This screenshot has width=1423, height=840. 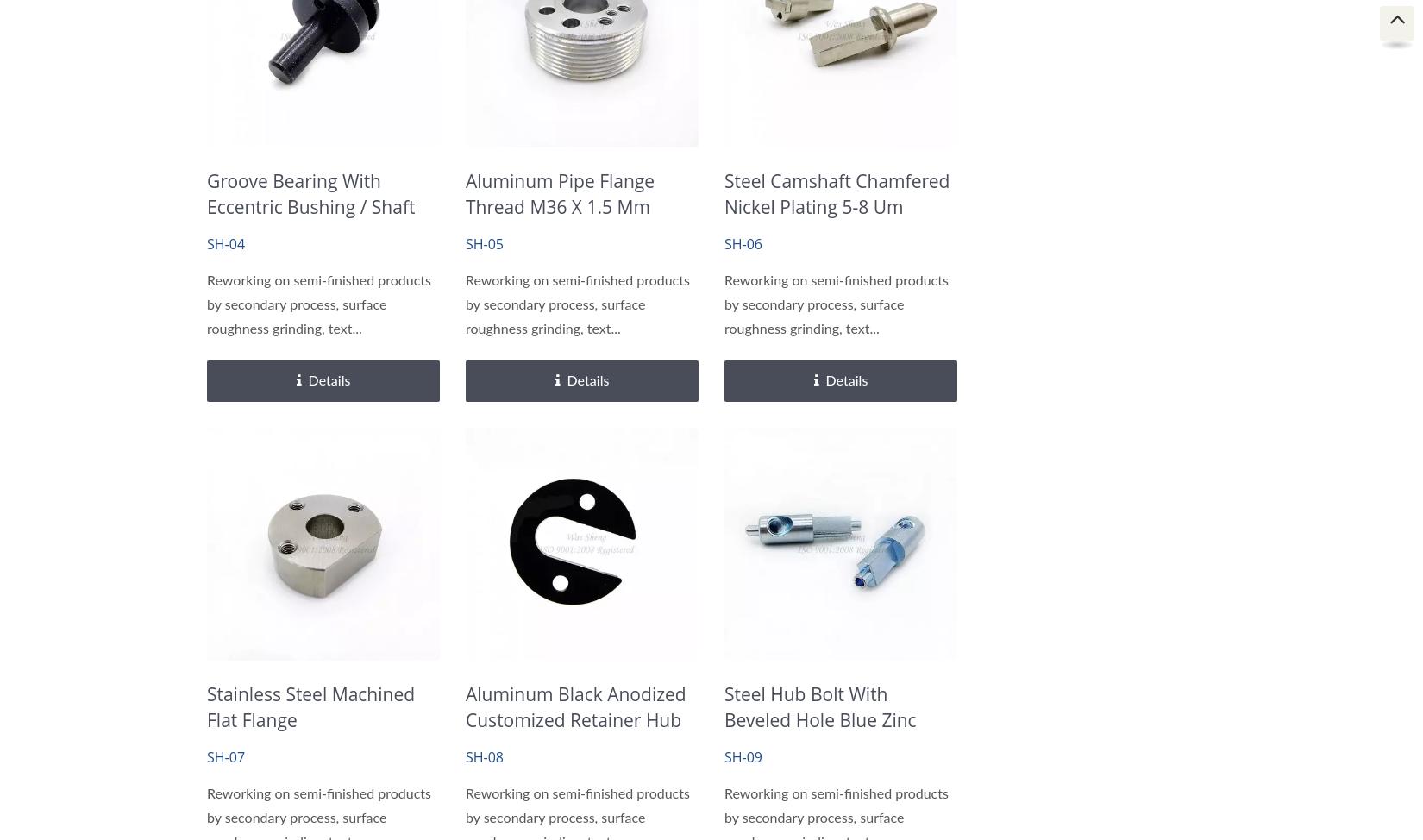 What do you see at coordinates (743, 756) in the screenshot?
I see `'SH-09'` at bounding box center [743, 756].